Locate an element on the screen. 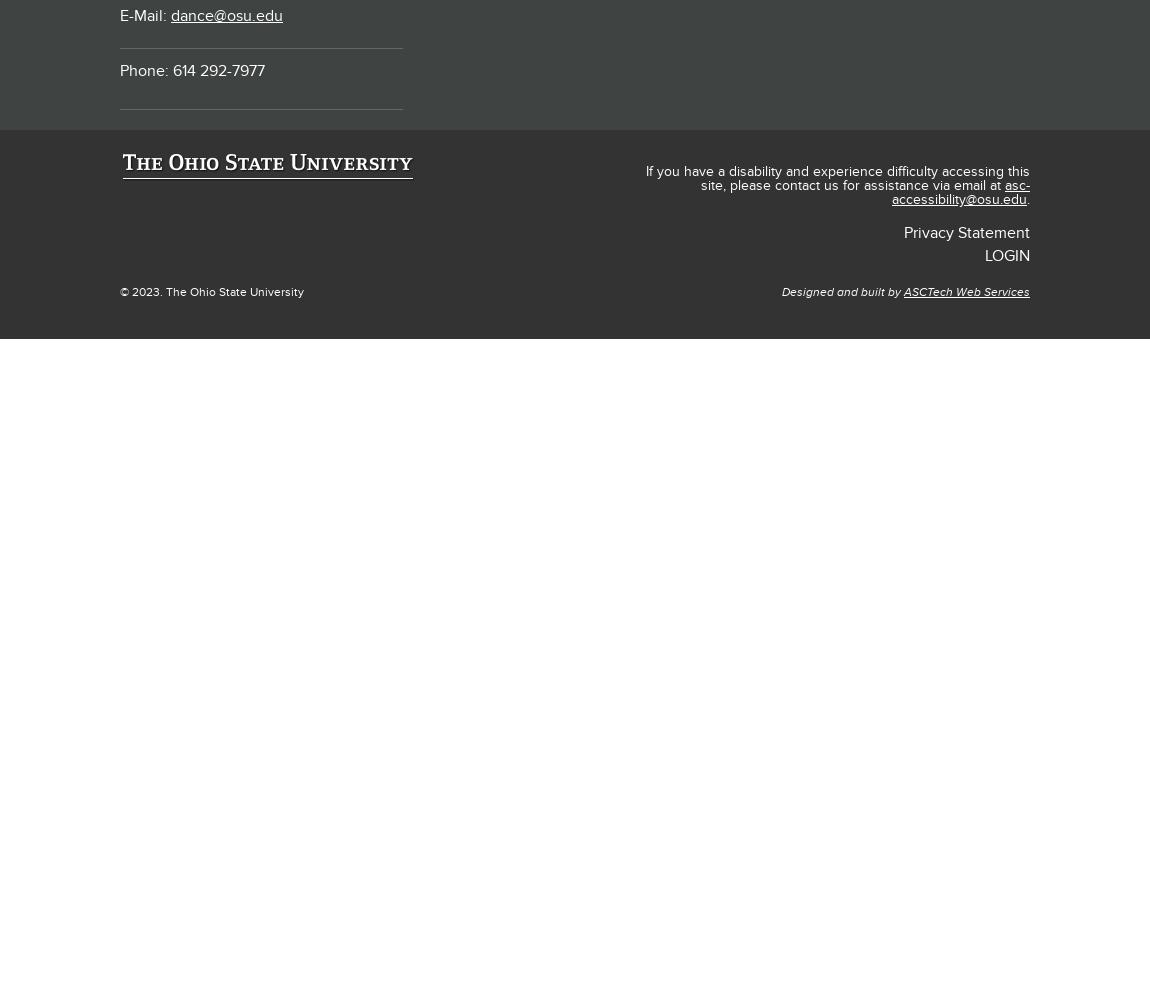 The height and width of the screenshot is (1000, 1150). 'E-Mail:' is located at coordinates (144, 16).